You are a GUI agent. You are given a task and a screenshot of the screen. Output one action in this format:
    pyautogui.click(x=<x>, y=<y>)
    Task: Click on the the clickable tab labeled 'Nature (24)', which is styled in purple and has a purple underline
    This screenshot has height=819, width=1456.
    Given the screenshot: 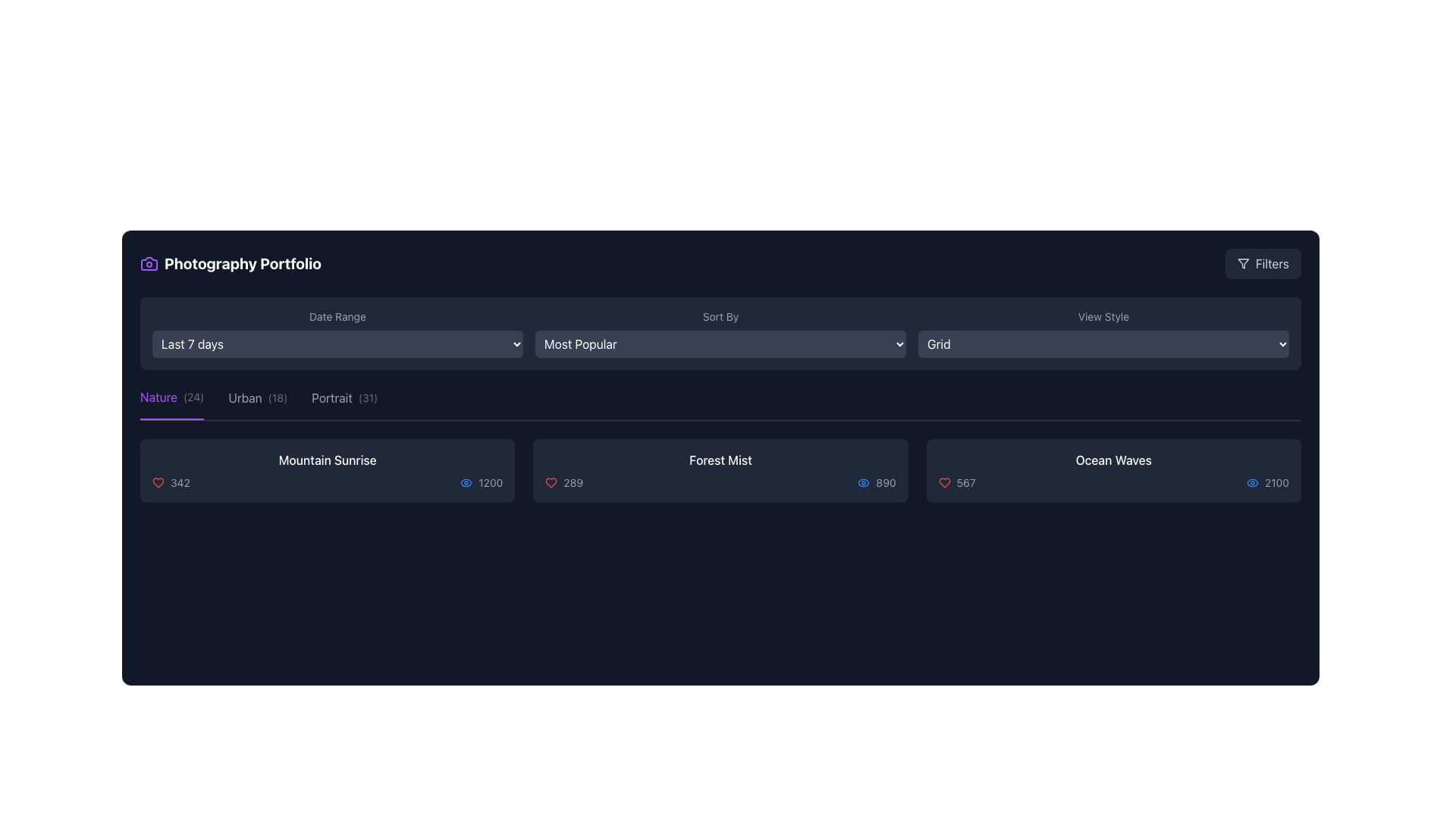 What is the action you would take?
    pyautogui.click(x=172, y=403)
    